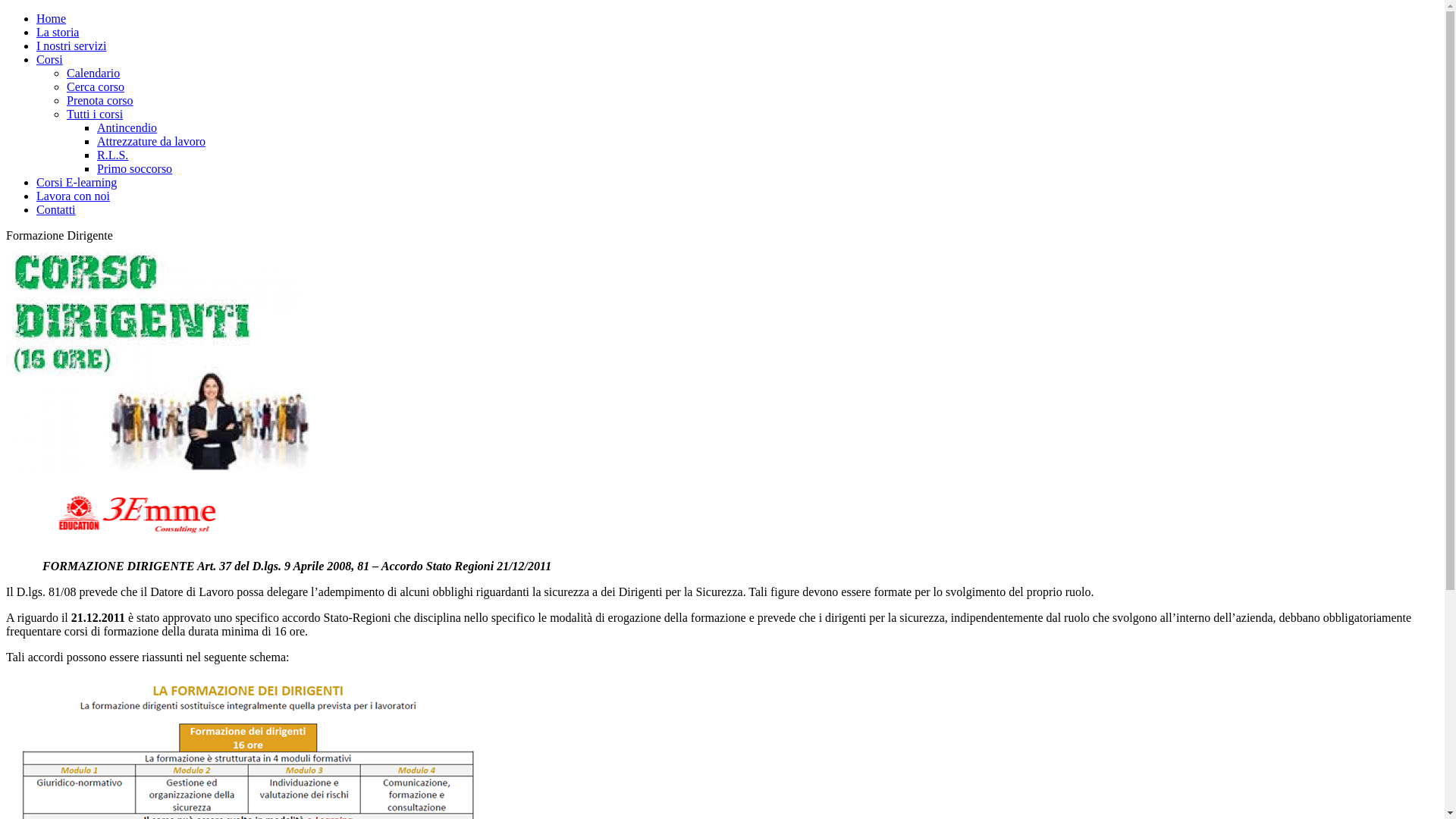 Image resolution: width=1456 pixels, height=819 pixels. Describe the element at coordinates (55, 209) in the screenshot. I see `'Contatti'` at that location.